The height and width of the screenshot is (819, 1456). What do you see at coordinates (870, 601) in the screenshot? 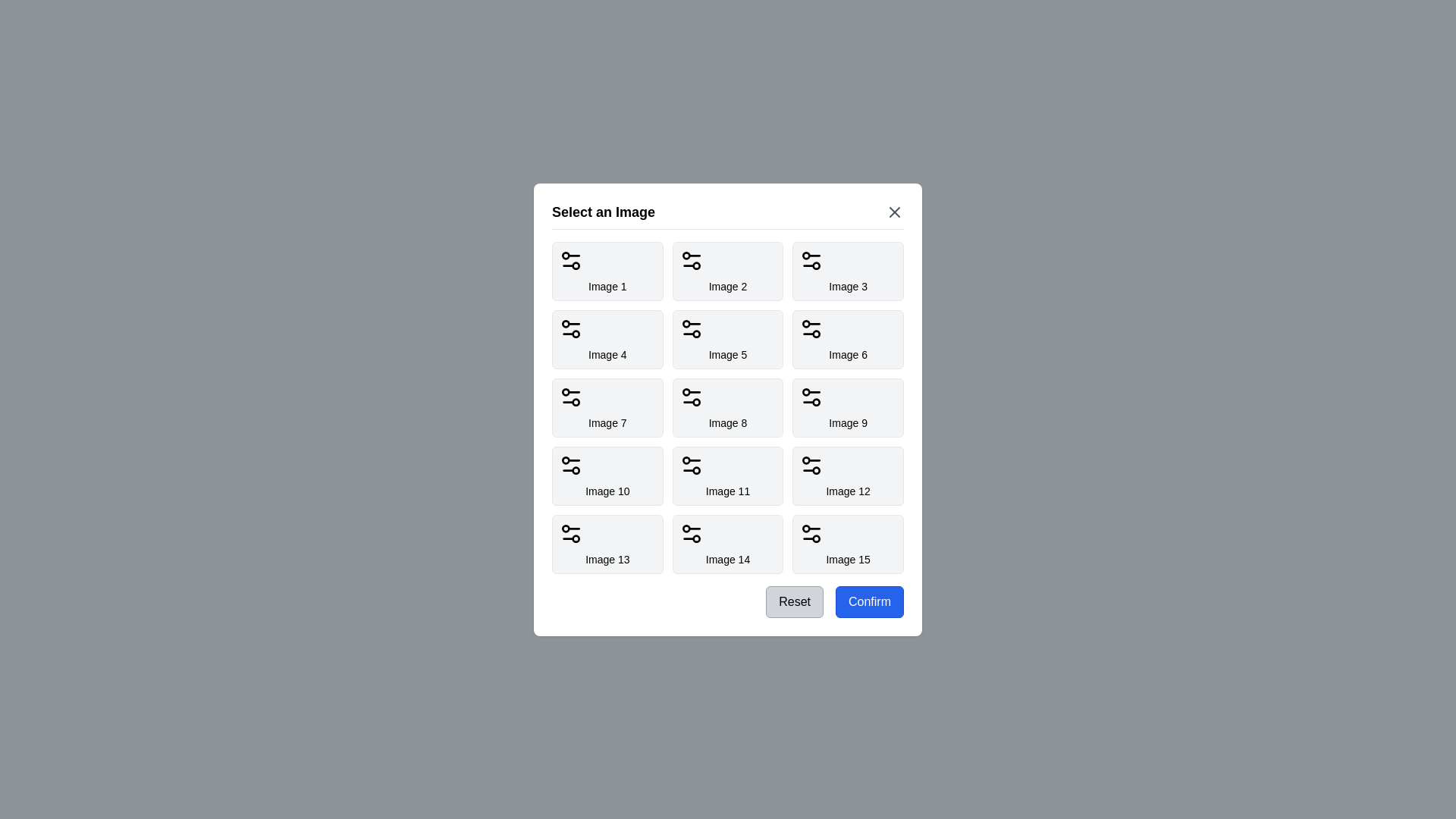
I see `the 'Confirm' button to confirm the selected image` at bounding box center [870, 601].